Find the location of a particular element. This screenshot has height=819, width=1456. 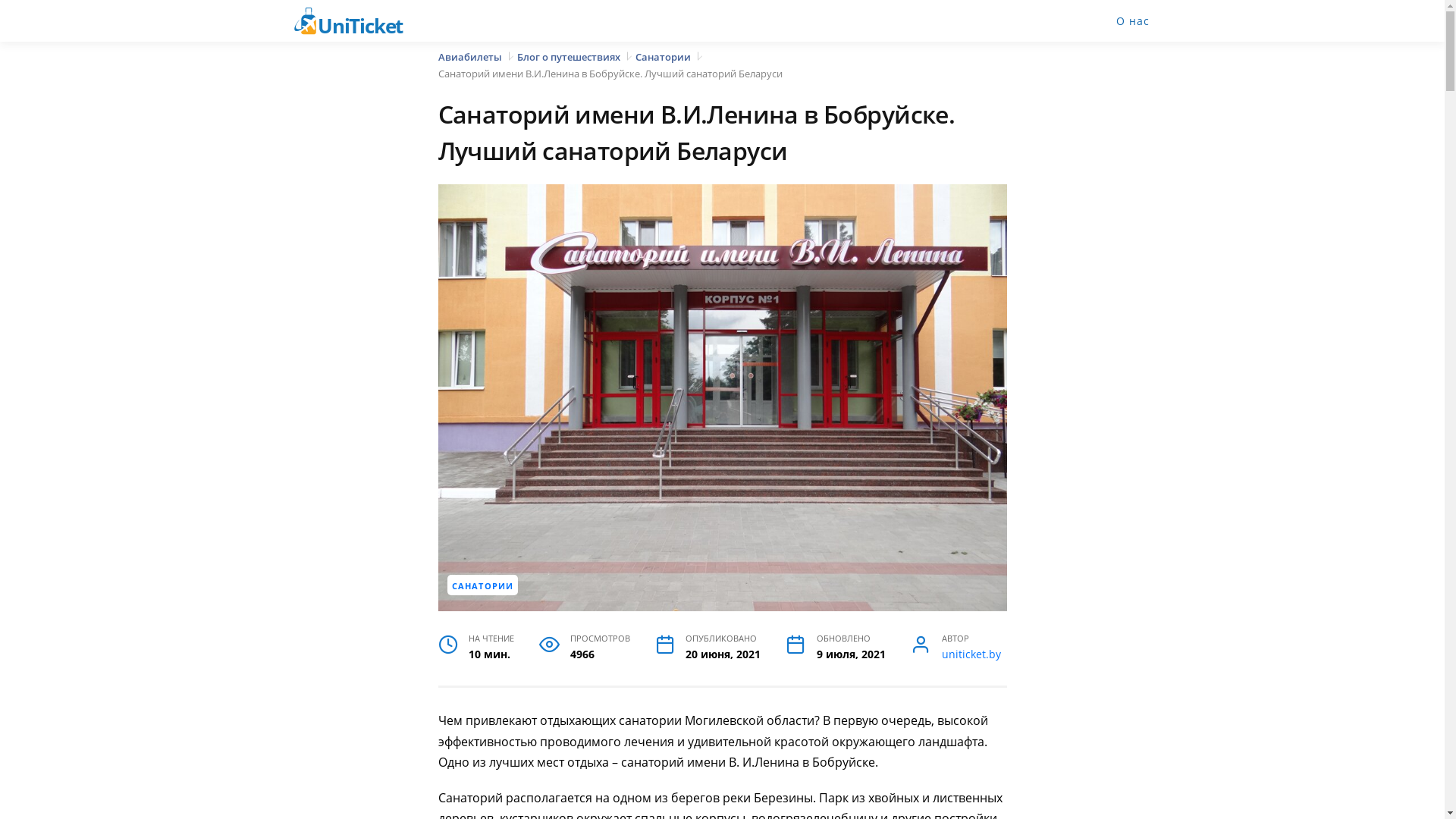

'UniTicket' is located at coordinates (356, 20).